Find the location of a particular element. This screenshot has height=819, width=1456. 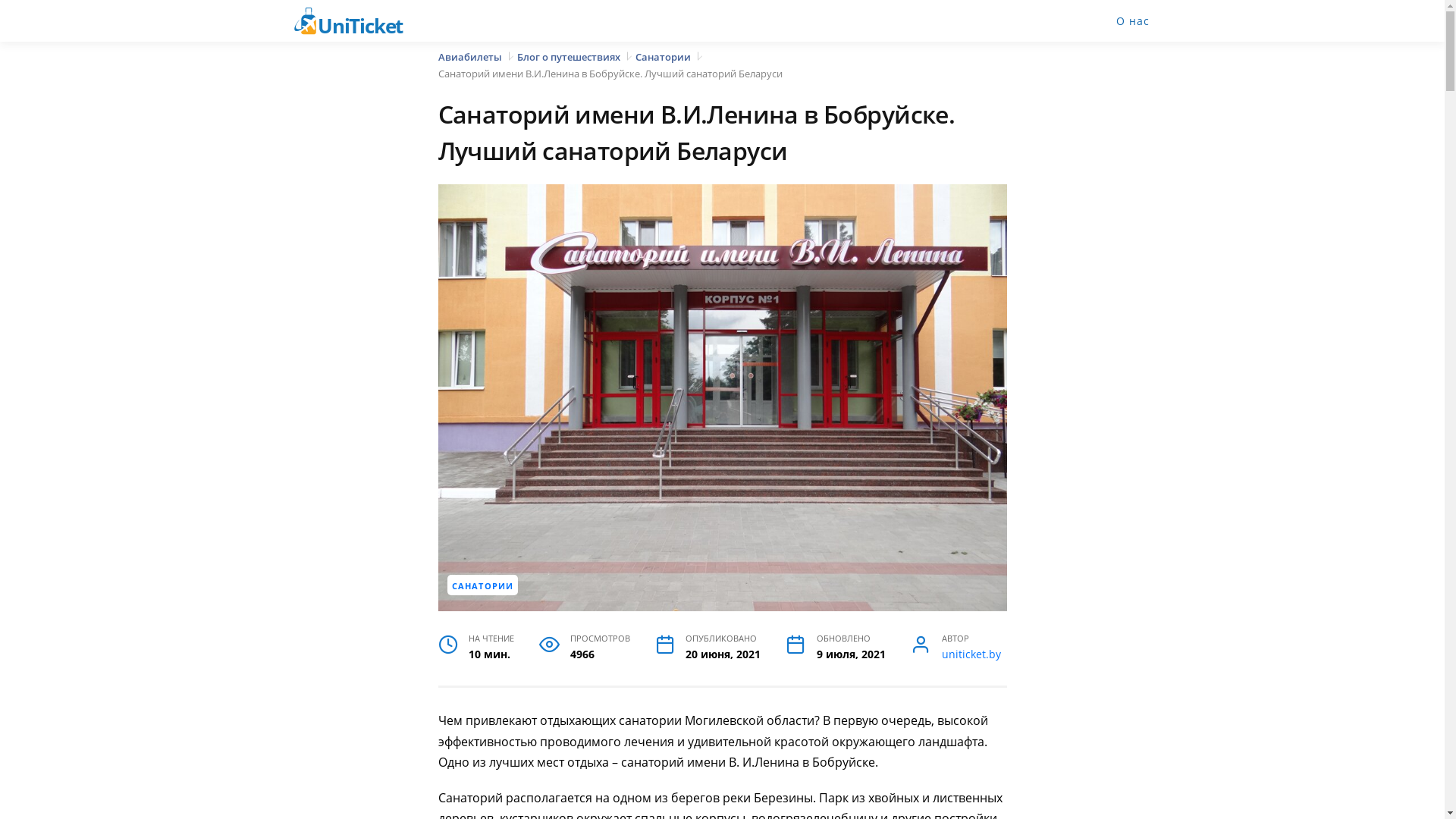

'UniTicket' is located at coordinates (356, 20).